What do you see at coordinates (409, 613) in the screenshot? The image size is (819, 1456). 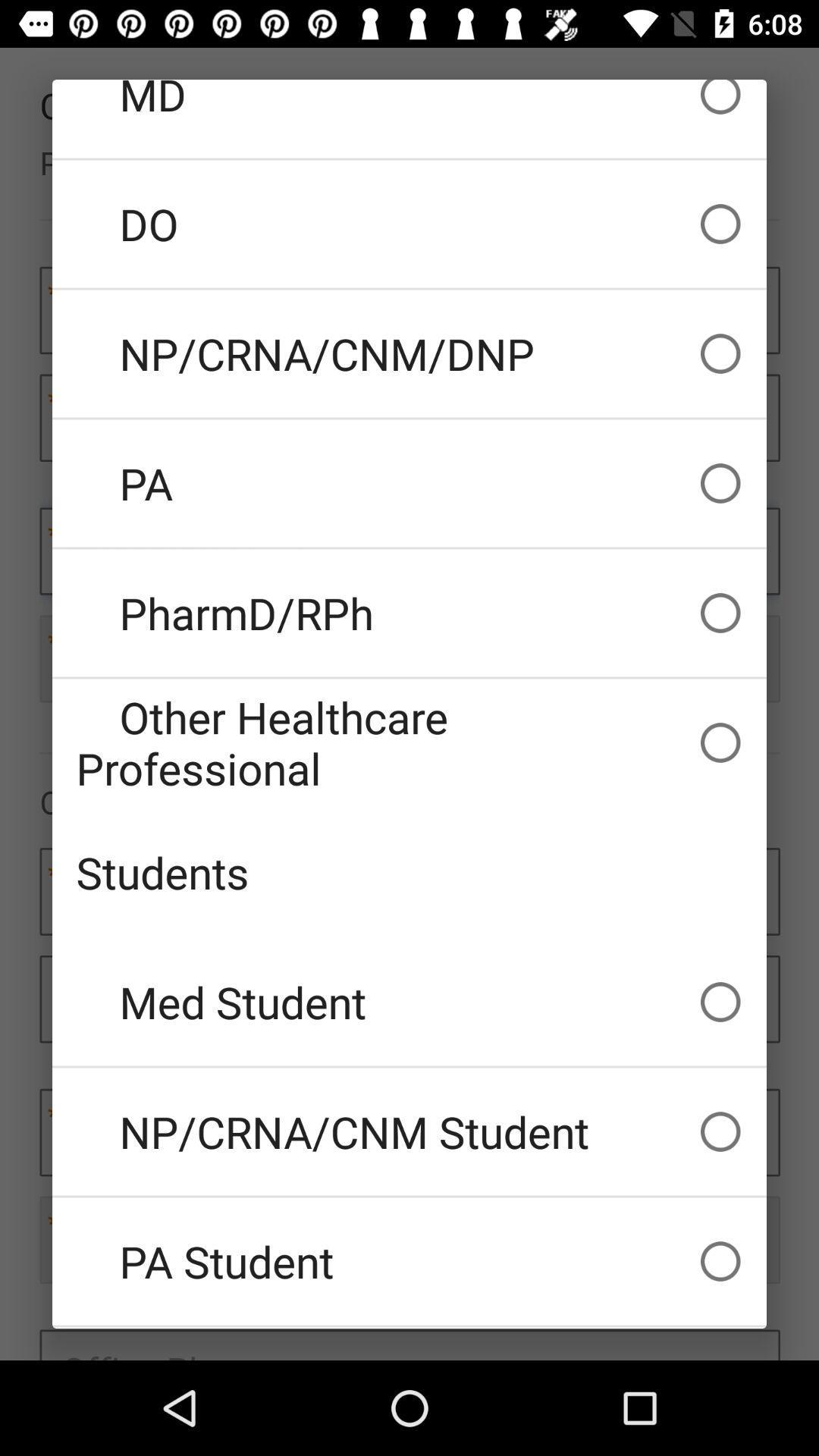 I see `the item above     other healthcare professional icon` at bounding box center [409, 613].